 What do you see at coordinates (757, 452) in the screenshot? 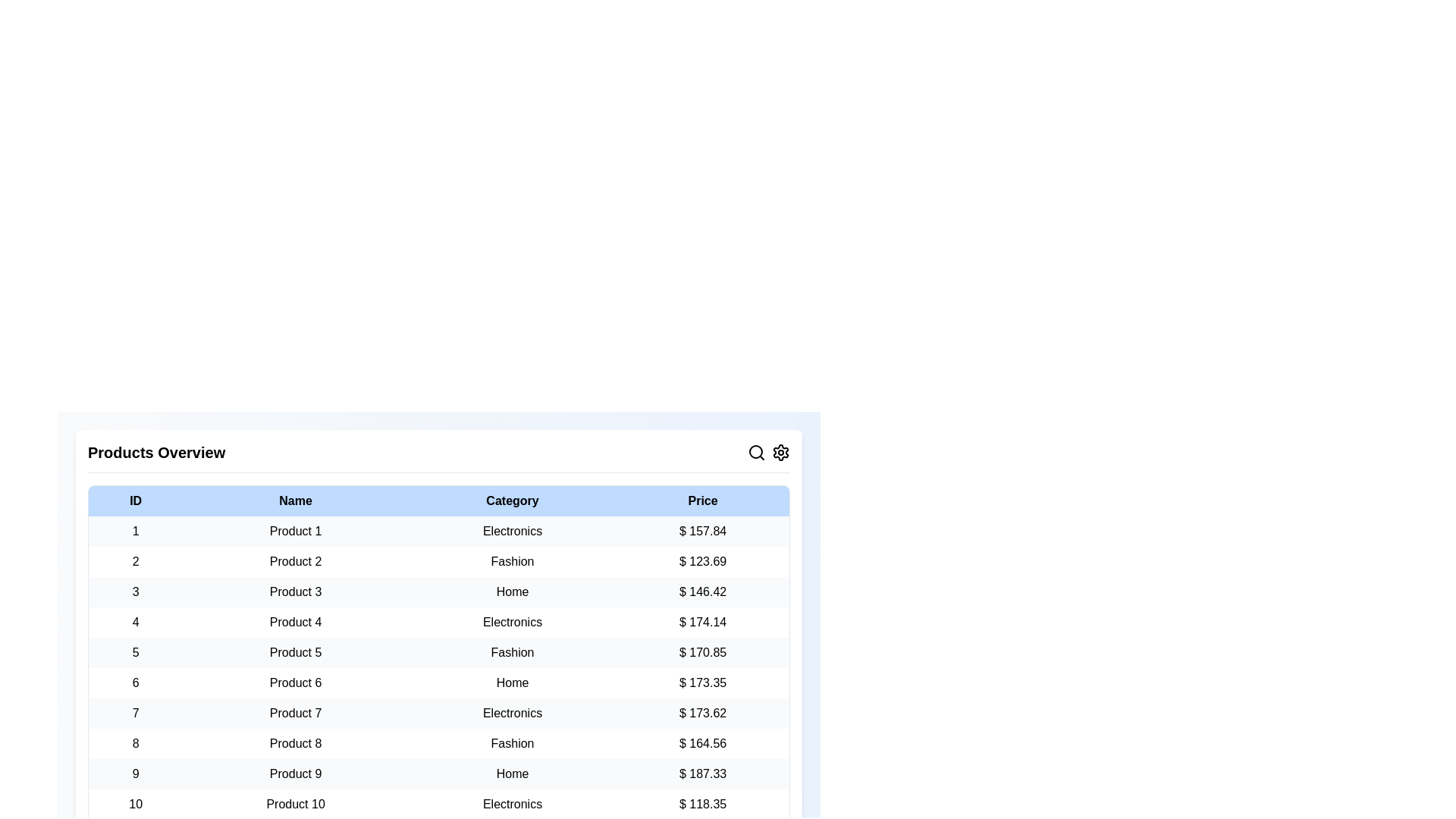
I see `the search icon to activate its functionality` at bounding box center [757, 452].